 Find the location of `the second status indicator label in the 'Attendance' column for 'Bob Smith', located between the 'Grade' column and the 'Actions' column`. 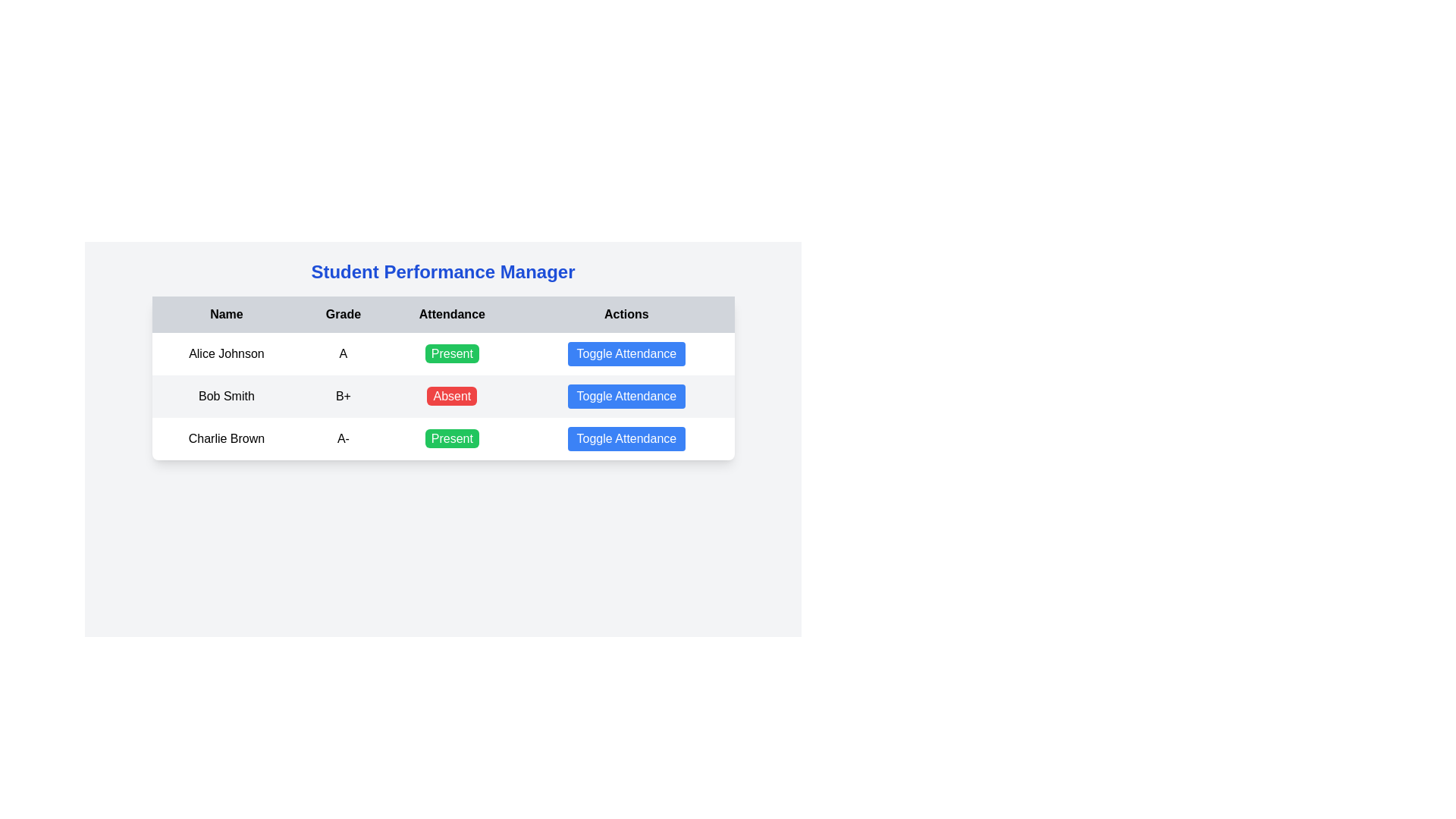

the second status indicator label in the 'Attendance' column for 'Bob Smith', located between the 'Grade' column and the 'Actions' column is located at coordinates (451, 395).